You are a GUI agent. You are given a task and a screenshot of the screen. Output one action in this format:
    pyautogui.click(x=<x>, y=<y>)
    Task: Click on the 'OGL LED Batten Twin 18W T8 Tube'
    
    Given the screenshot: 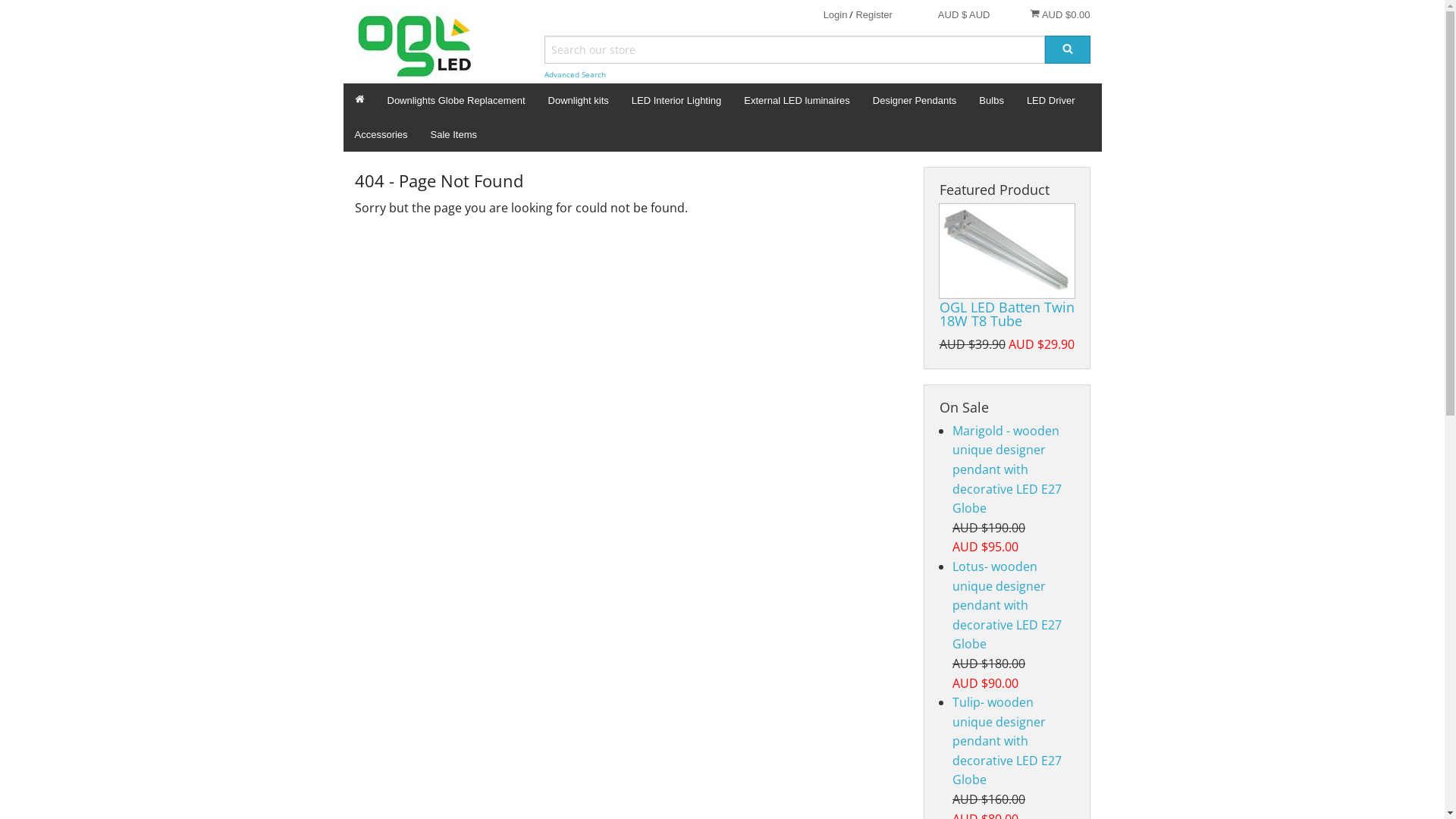 What is the action you would take?
    pyautogui.click(x=1006, y=250)
    